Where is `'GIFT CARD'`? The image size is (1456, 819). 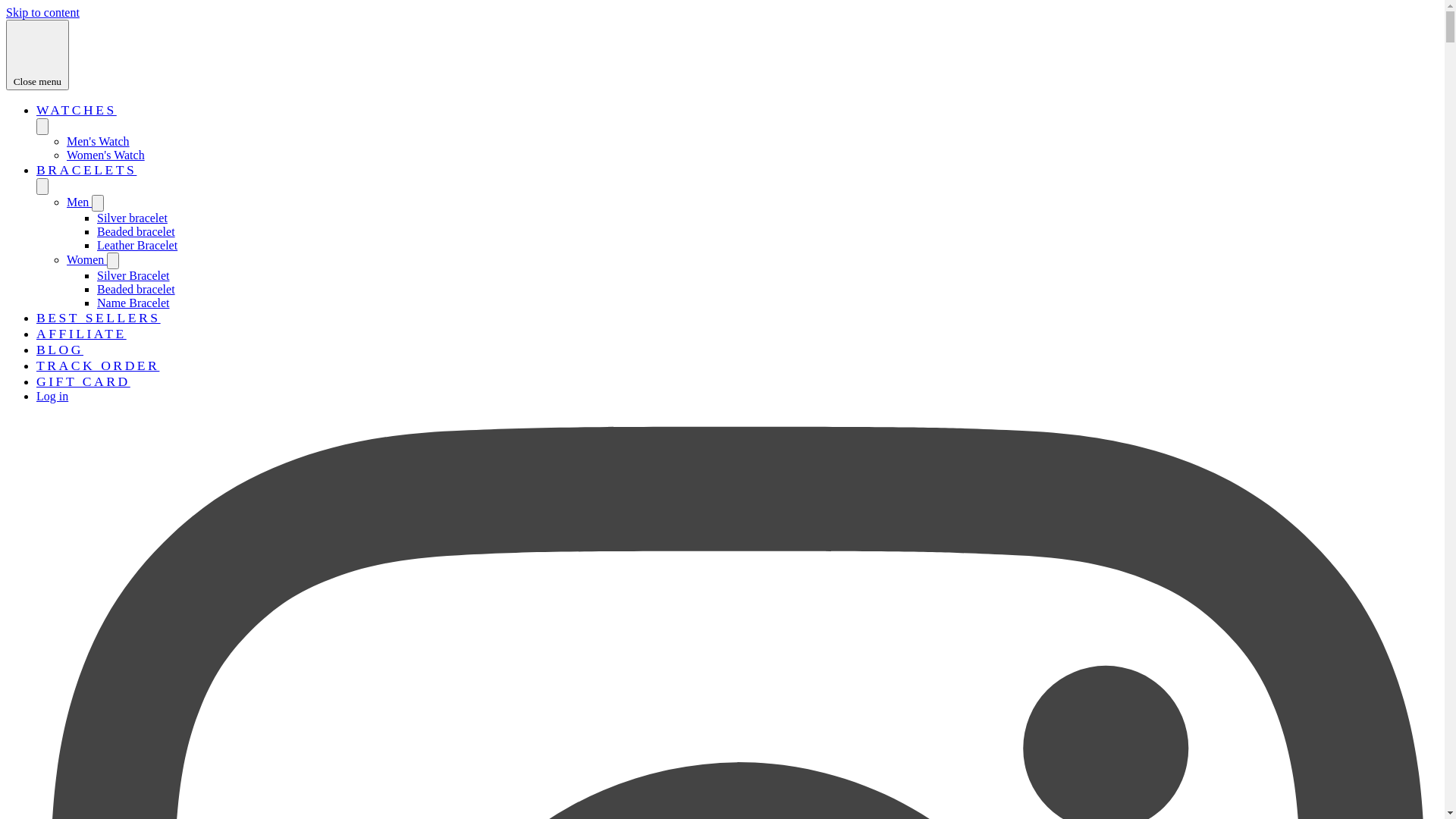 'GIFT CARD' is located at coordinates (83, 380).